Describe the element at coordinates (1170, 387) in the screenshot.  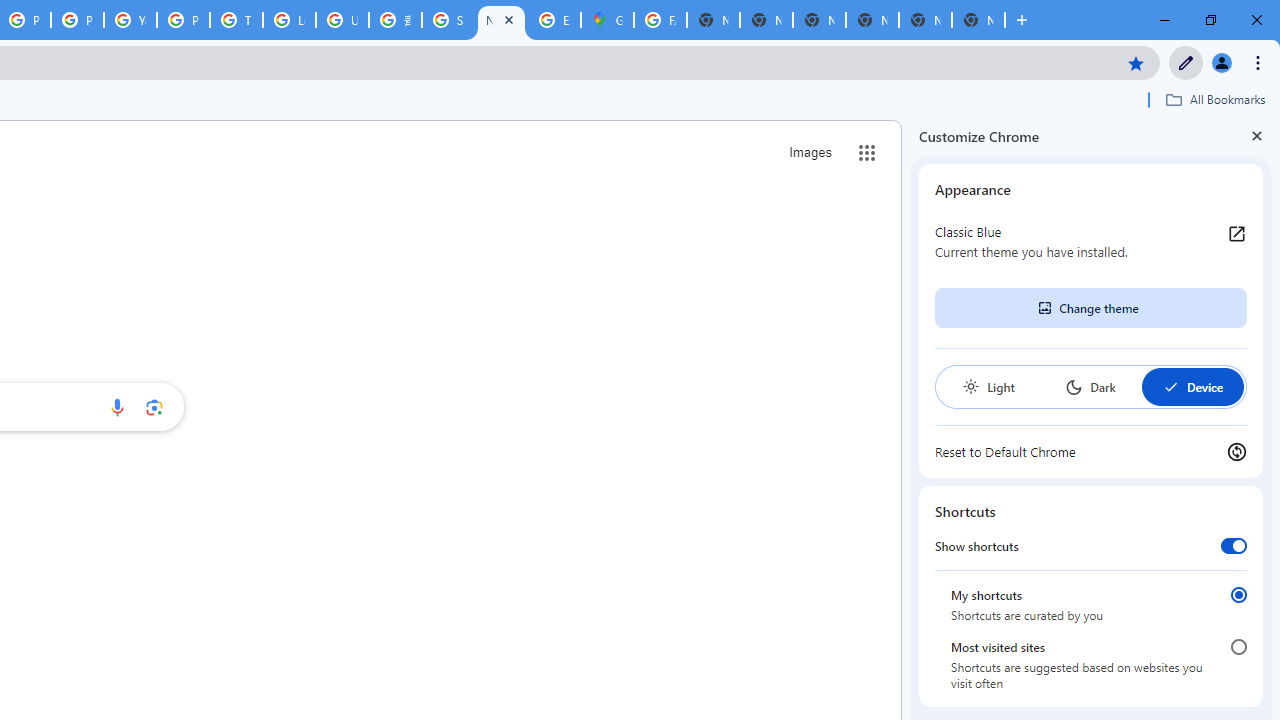
I see `'AutomationID: baseSvg'` at that location.